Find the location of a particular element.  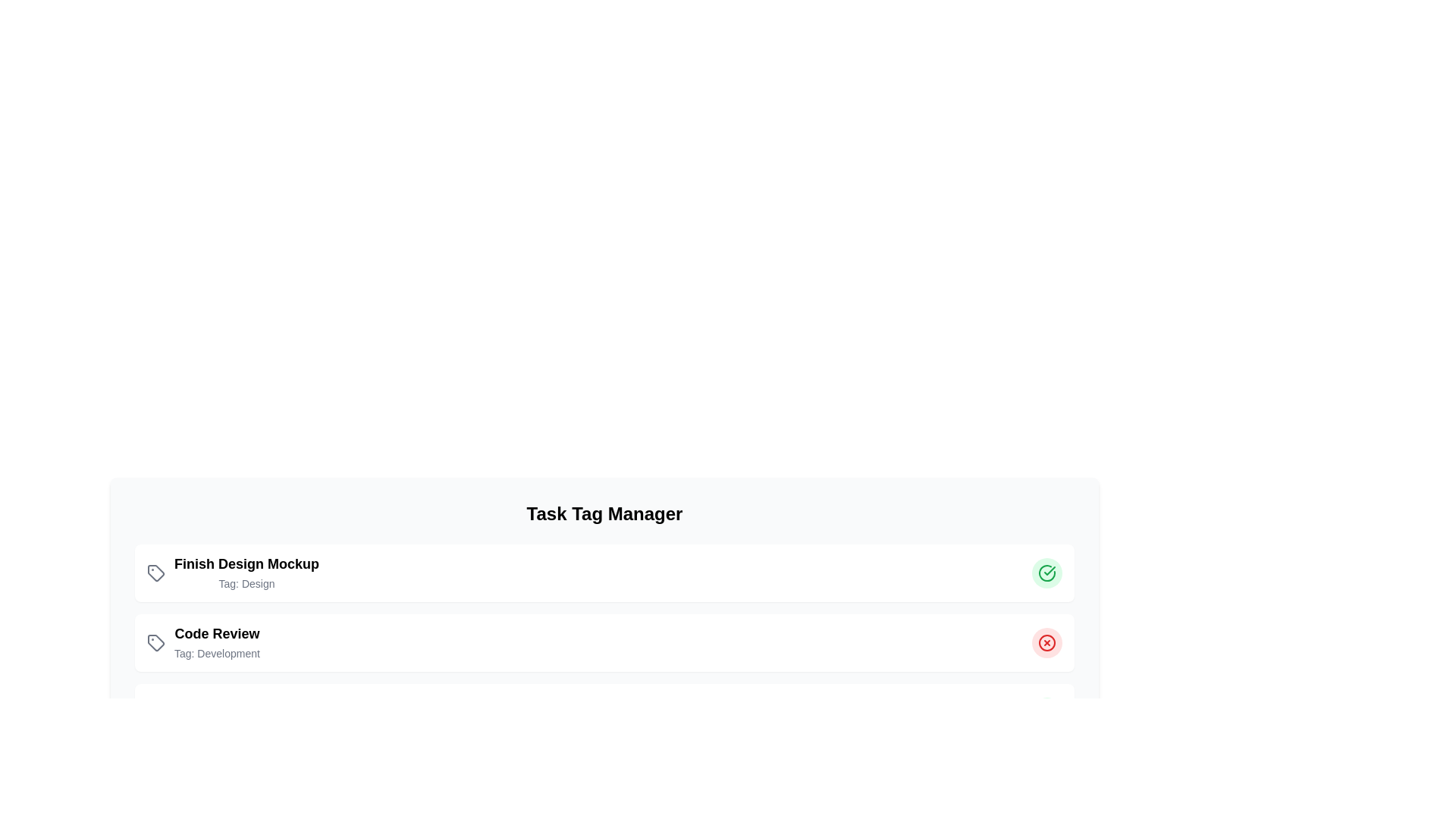

the text content displaying 'Finish Design Mockup' and 'Tag: Design' is located at coordinates (246, 573).